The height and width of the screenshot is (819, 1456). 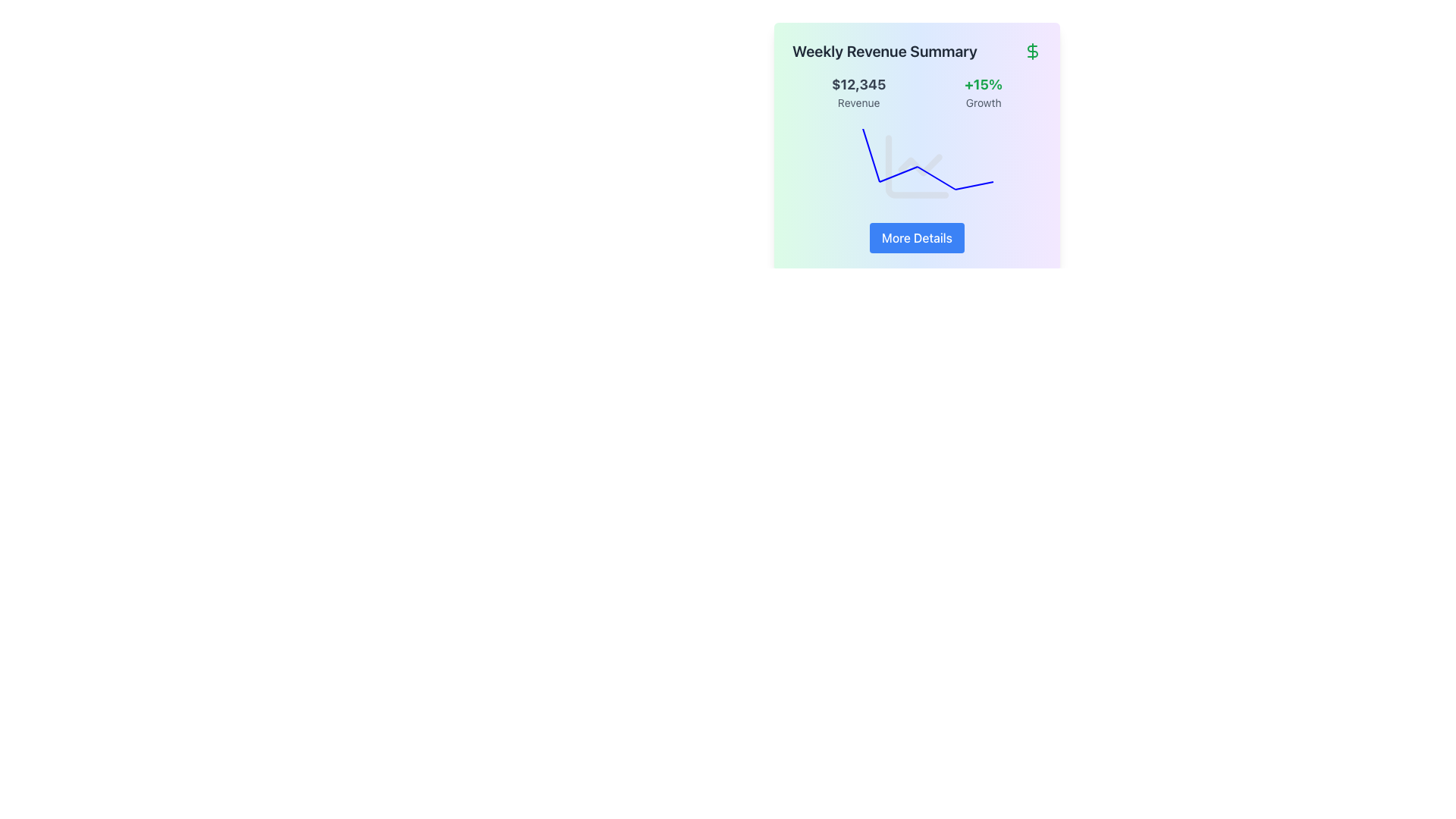 What do you see at coordinates (1032, 51) in the screenshot?
I see `the dollar sign icon with a green stroke, located in the top-right corner of the 'Weekly Revenue Summary' component` at bounding box center [1032, 51].